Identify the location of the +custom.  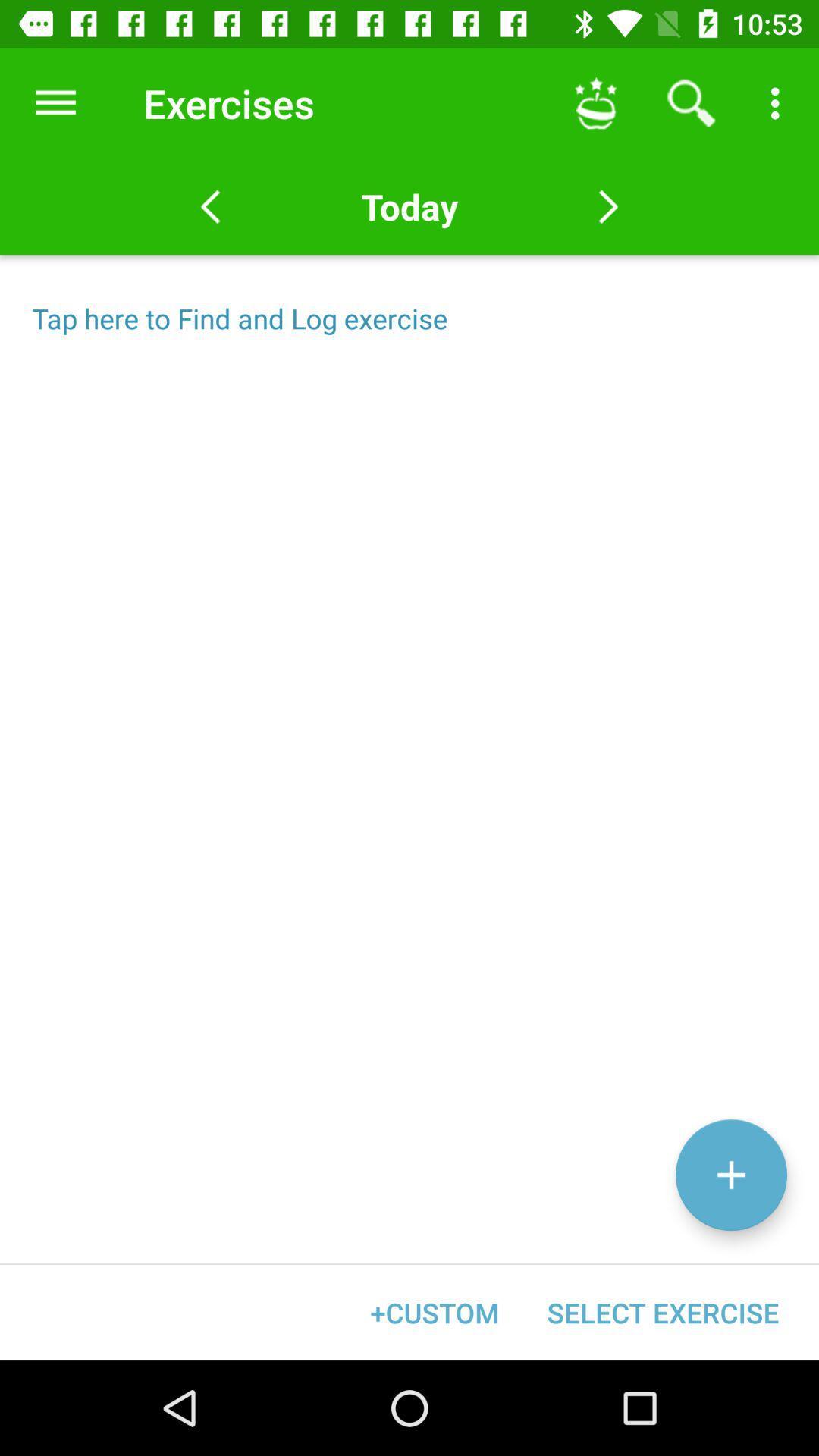
(435, 1312).